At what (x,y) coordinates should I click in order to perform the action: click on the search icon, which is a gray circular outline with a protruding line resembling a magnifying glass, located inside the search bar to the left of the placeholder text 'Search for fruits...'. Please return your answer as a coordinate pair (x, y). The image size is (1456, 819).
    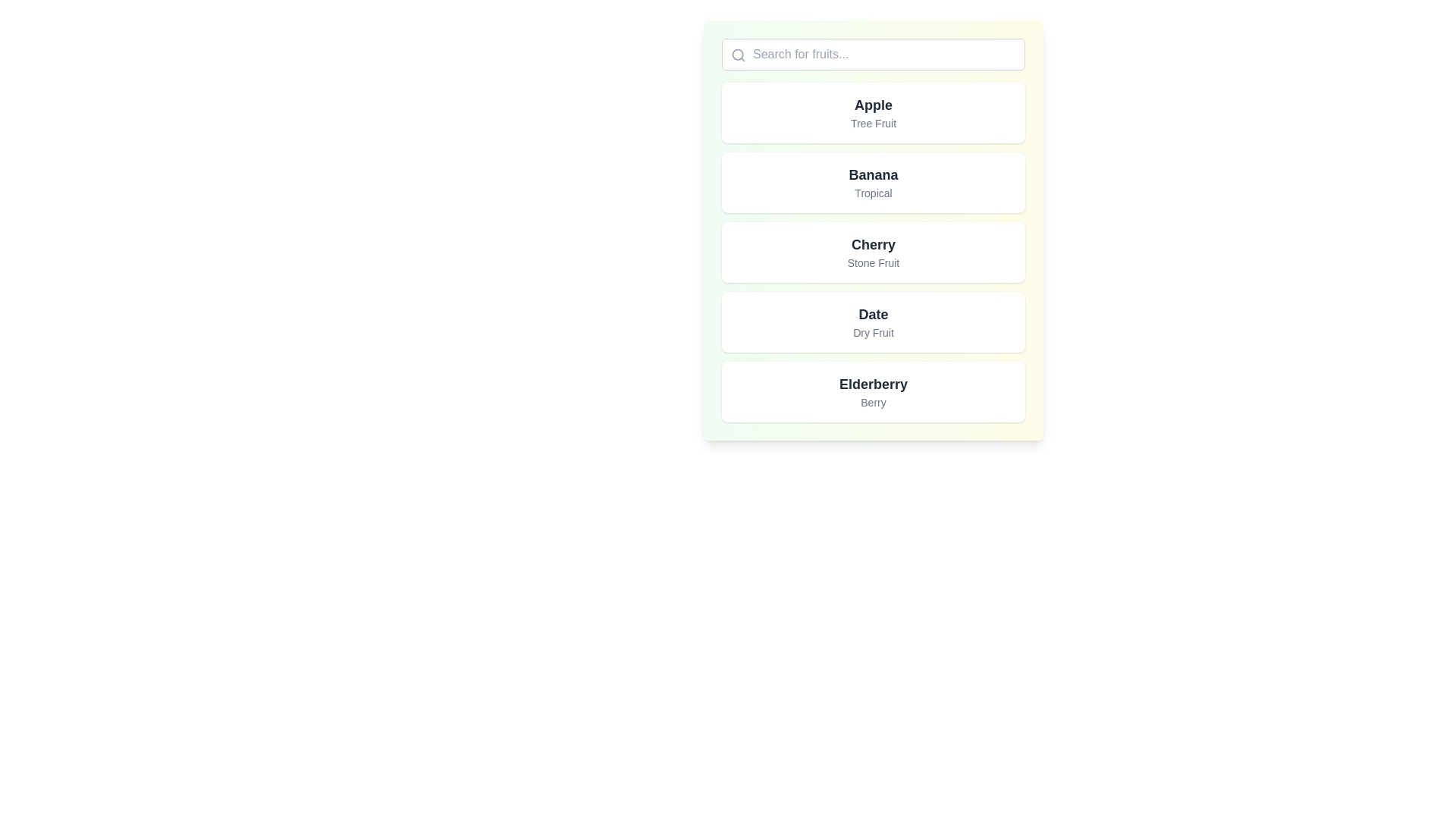
    Looking at the image, I should click on (739, 55).